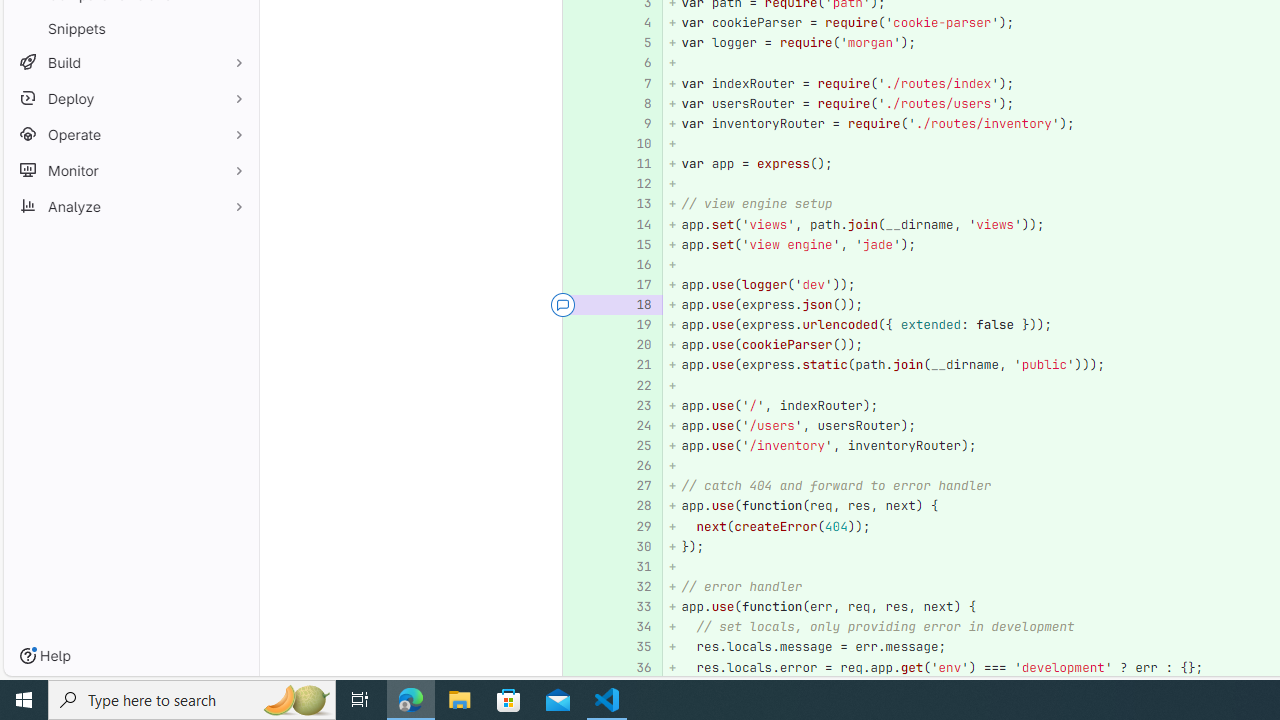 Image resolution: width=1280 pixels, height=720 pixels. Describe the element at coordinates (633, 385) in the screenshot. I see `'22'` at that location.